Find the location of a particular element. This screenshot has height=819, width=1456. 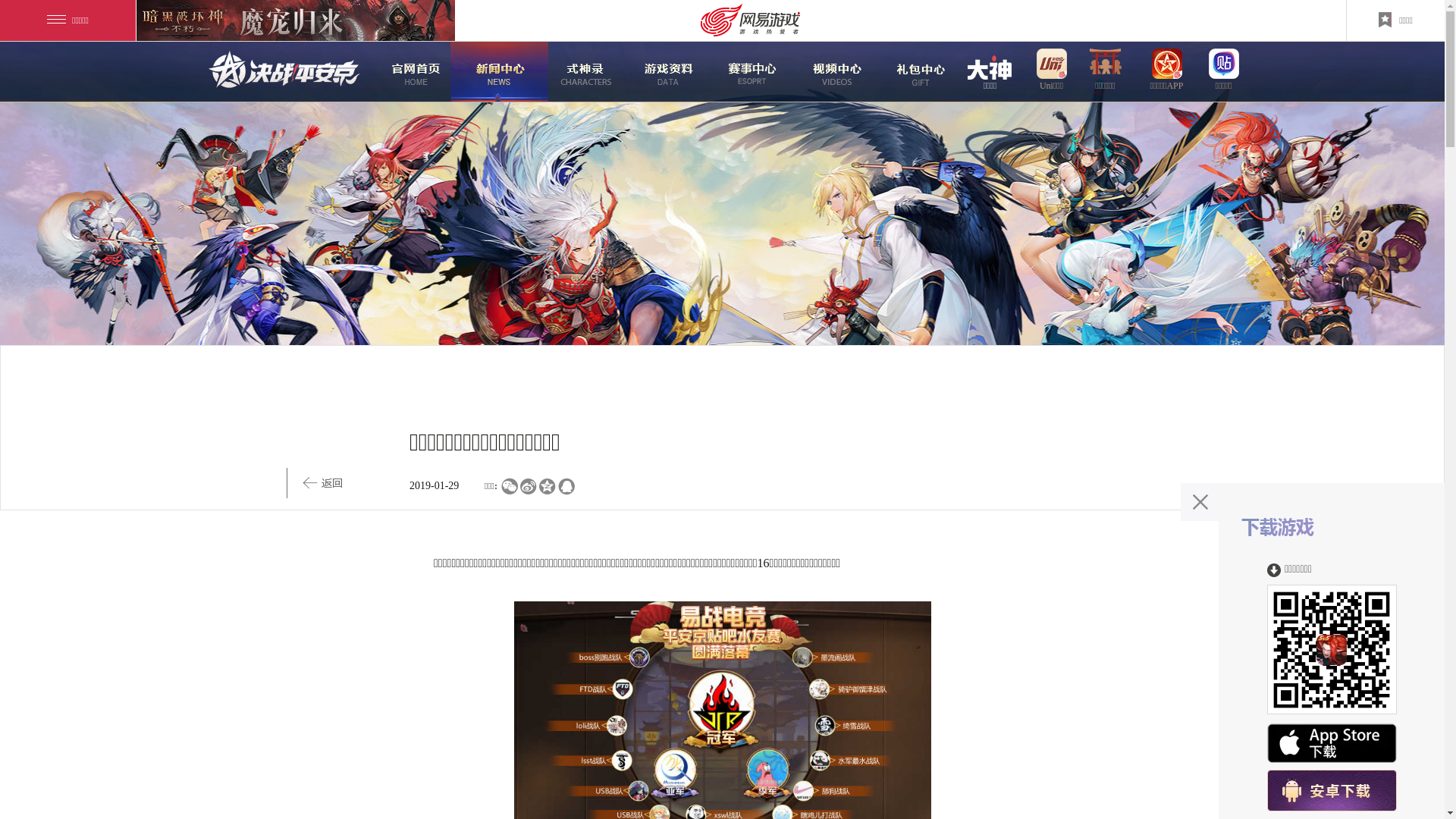

'logo' is located at coordinates (284, 63).